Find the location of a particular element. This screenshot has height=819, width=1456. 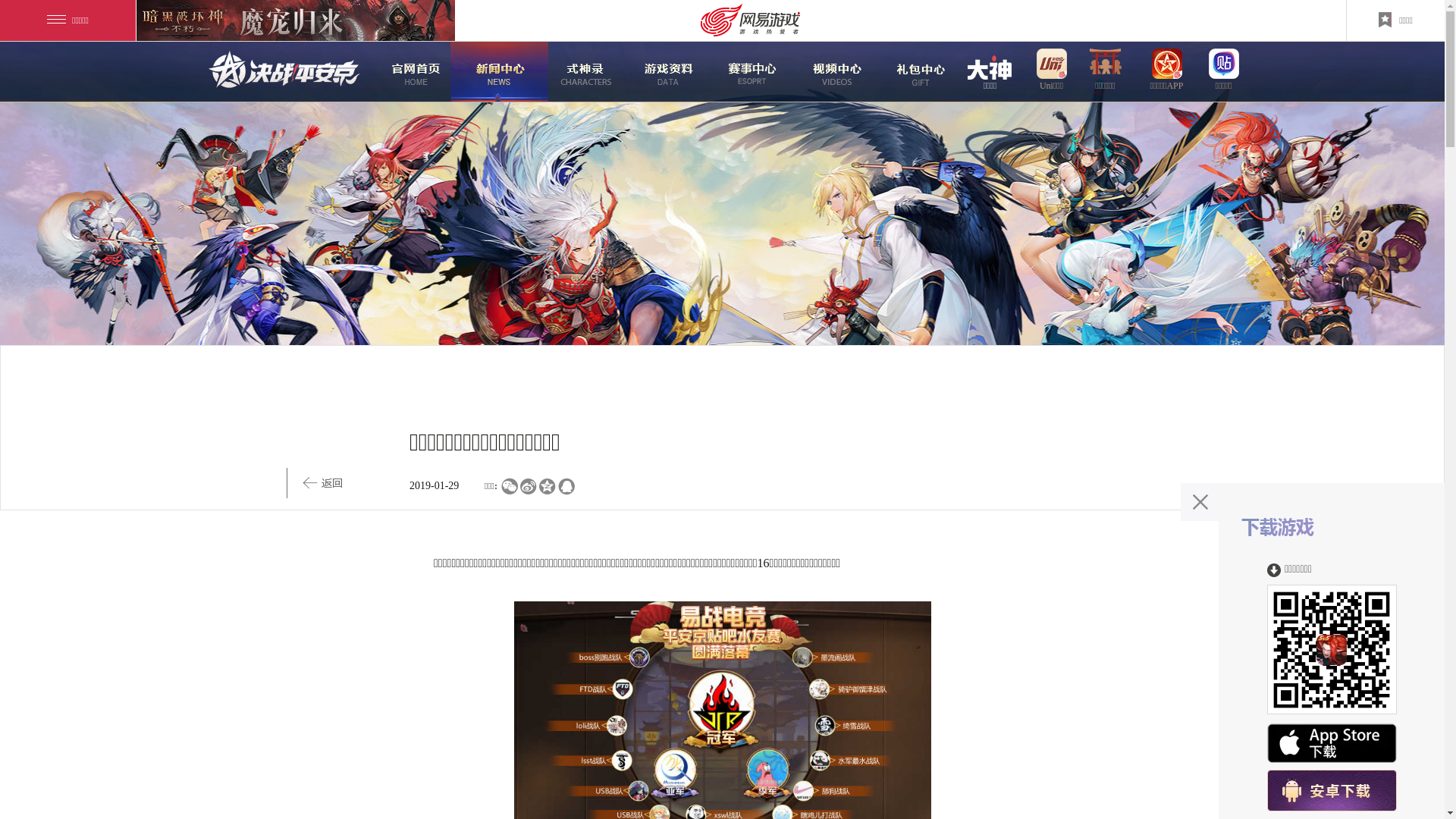

'logo' is located at coordinates (284, 63).